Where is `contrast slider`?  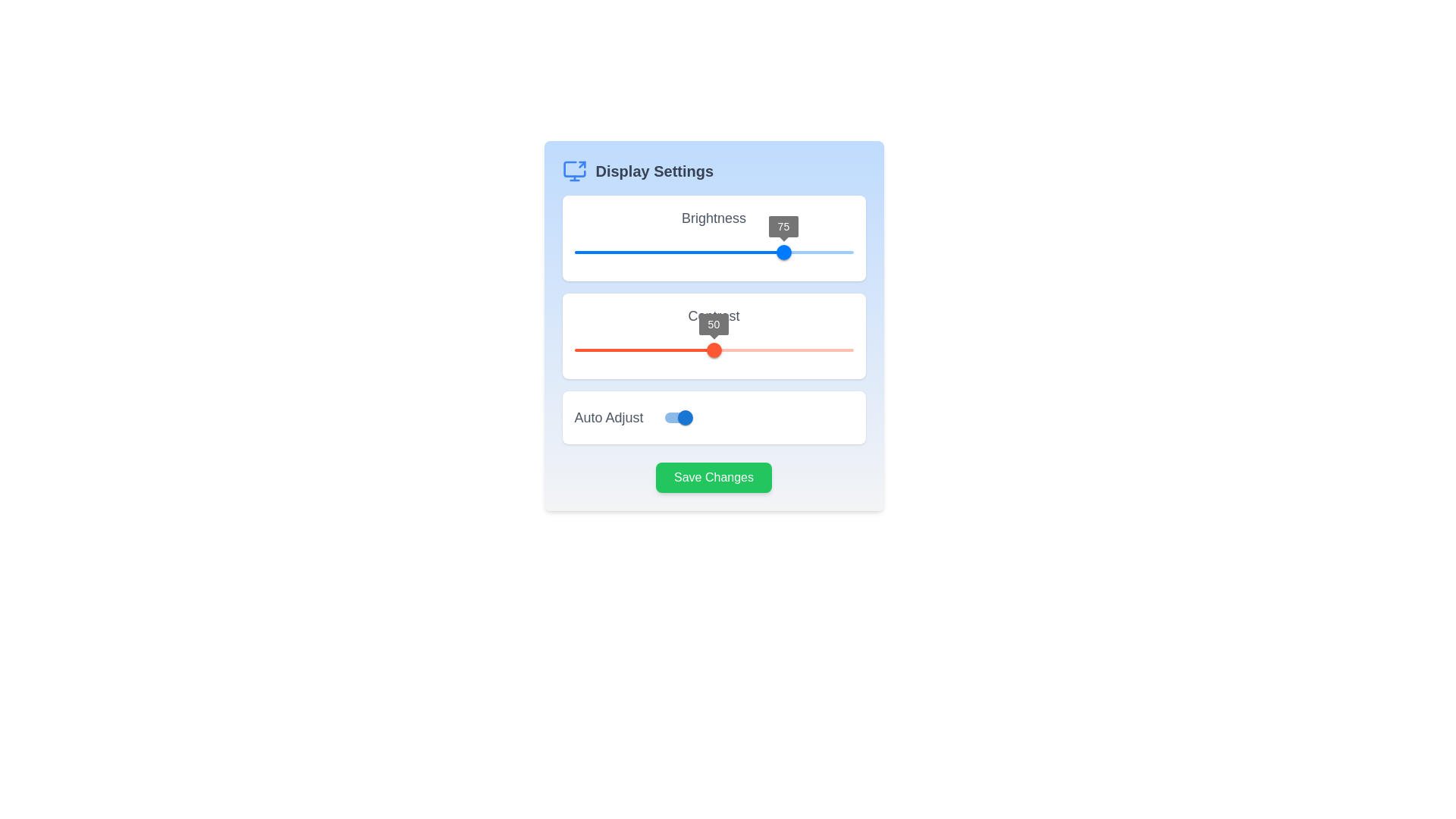 contrast slider is located at coordinates (718, 350).